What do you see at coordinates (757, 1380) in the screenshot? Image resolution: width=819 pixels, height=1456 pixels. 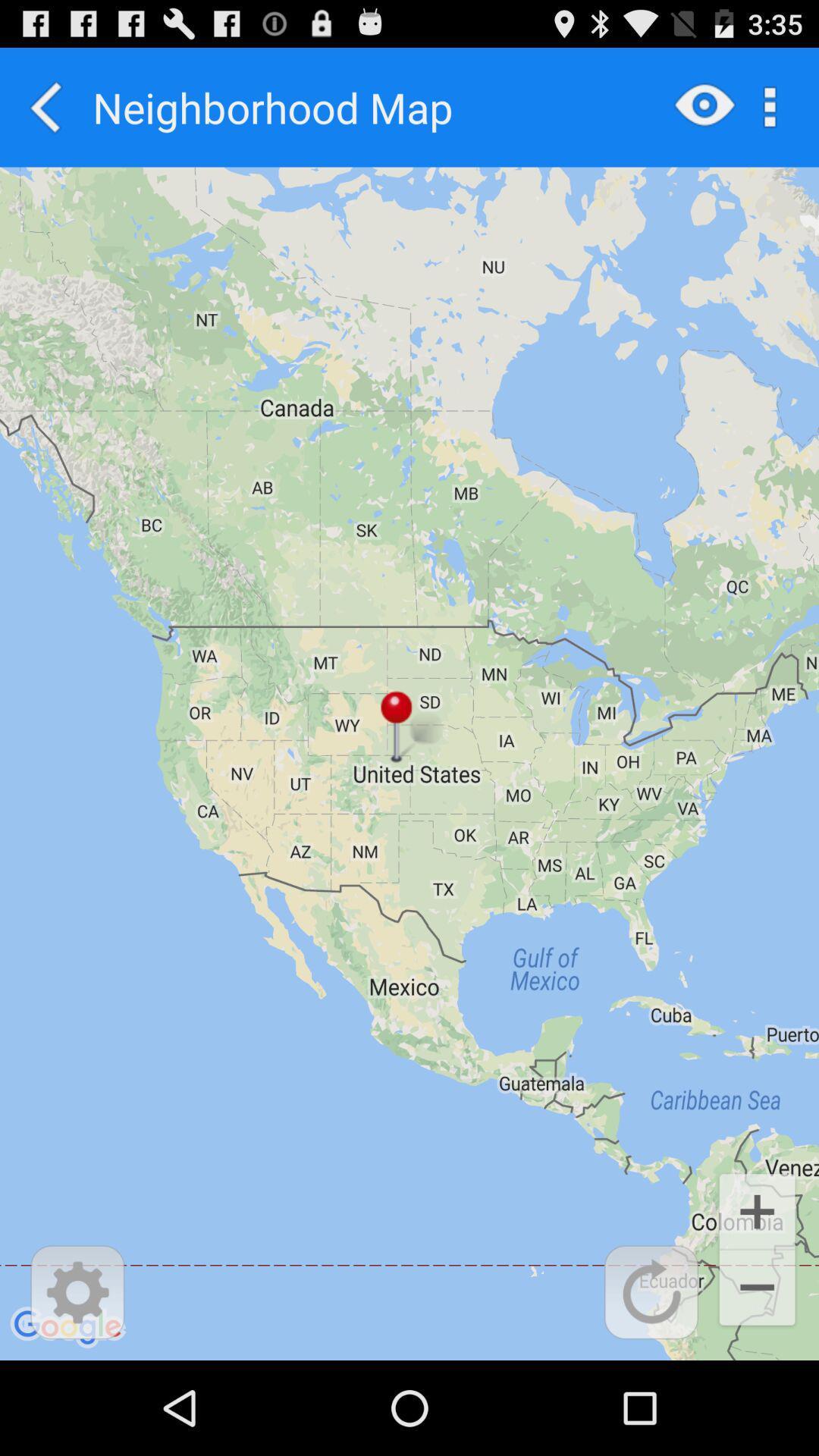 I see `the minus icon` at bounding box center [757, 1380].